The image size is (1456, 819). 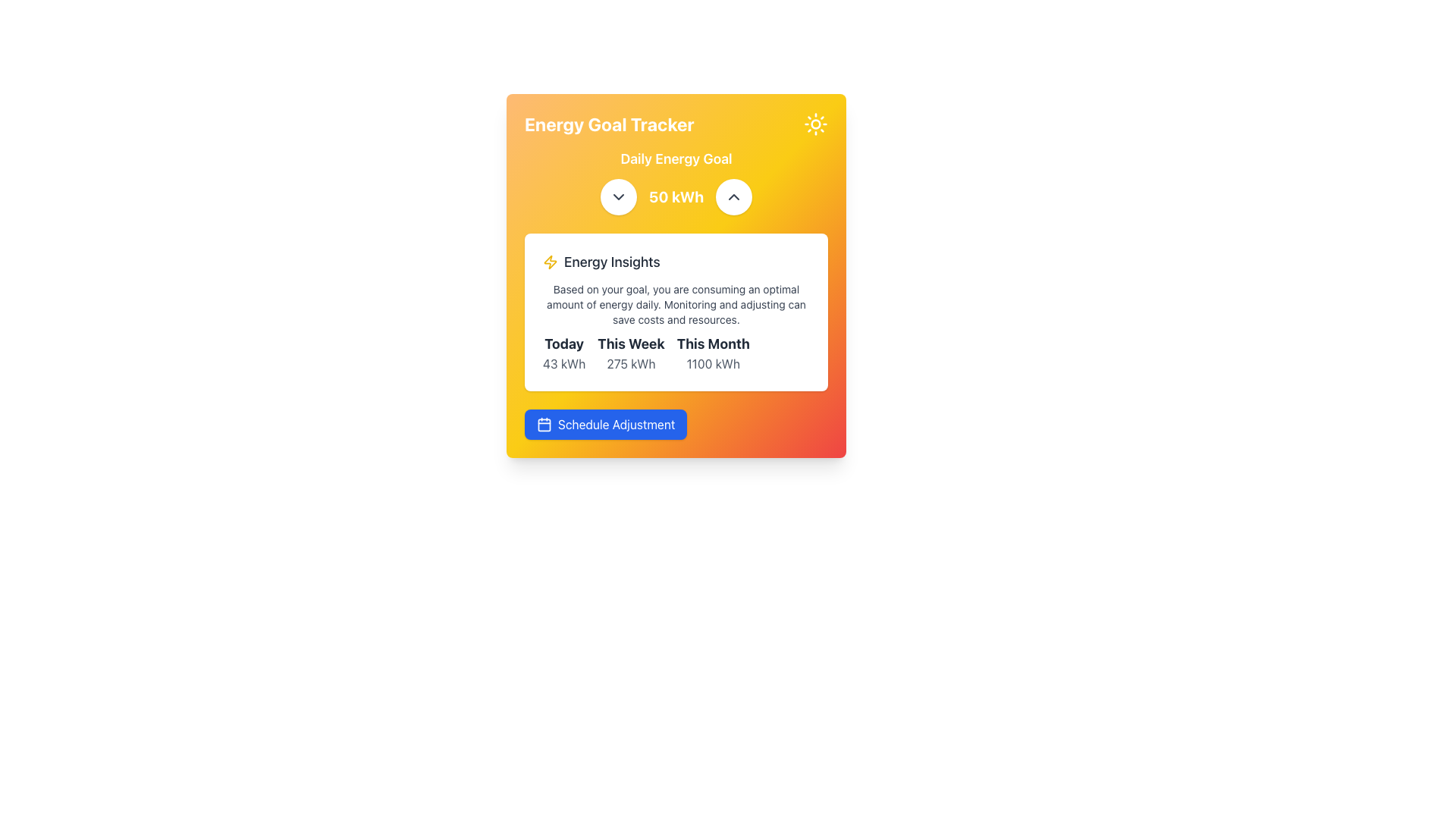 I want to click on the header text labeled 'Energy Goal Tracker' which is styled in bold white font on a gradient orange-yellow background, located at the top section of the card, so click(x=676, y=124).